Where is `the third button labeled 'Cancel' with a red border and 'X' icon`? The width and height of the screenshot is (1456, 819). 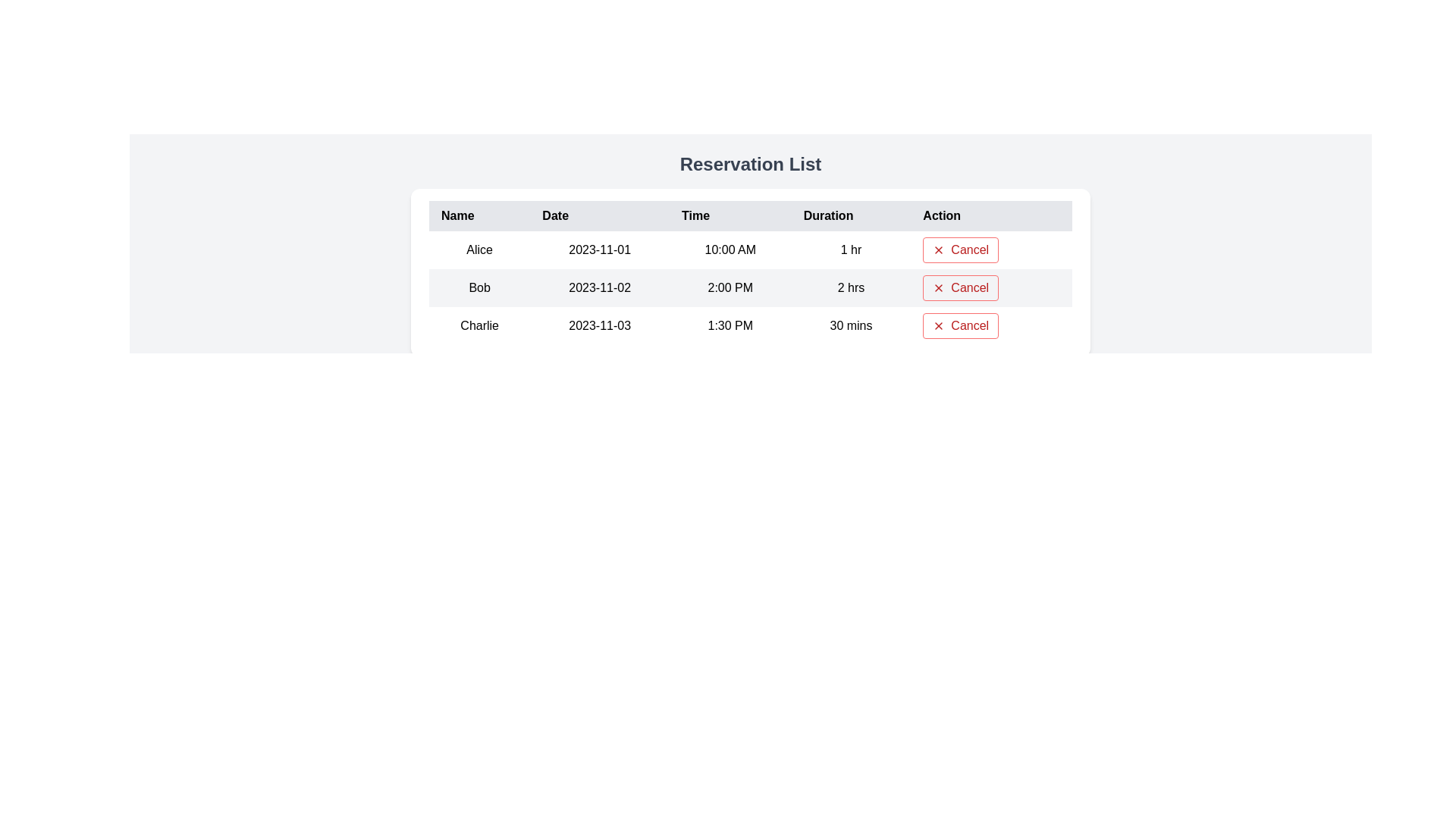
the third button labeled 'Cancel' with a red border and 'X' icon is located at coordinates (960, 325).